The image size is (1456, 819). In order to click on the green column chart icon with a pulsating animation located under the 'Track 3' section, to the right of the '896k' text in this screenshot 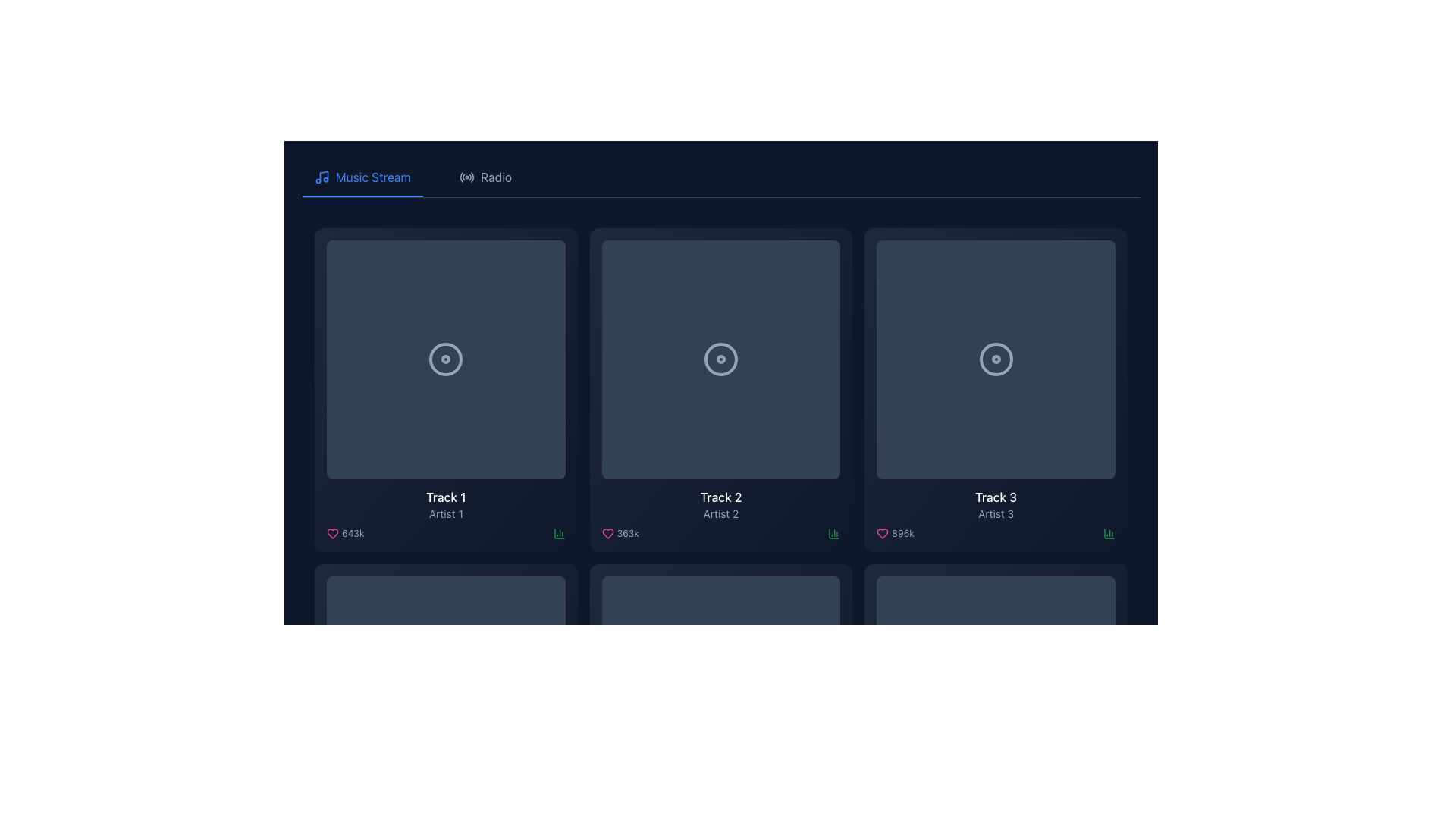, I will do `click(558, 532)`.